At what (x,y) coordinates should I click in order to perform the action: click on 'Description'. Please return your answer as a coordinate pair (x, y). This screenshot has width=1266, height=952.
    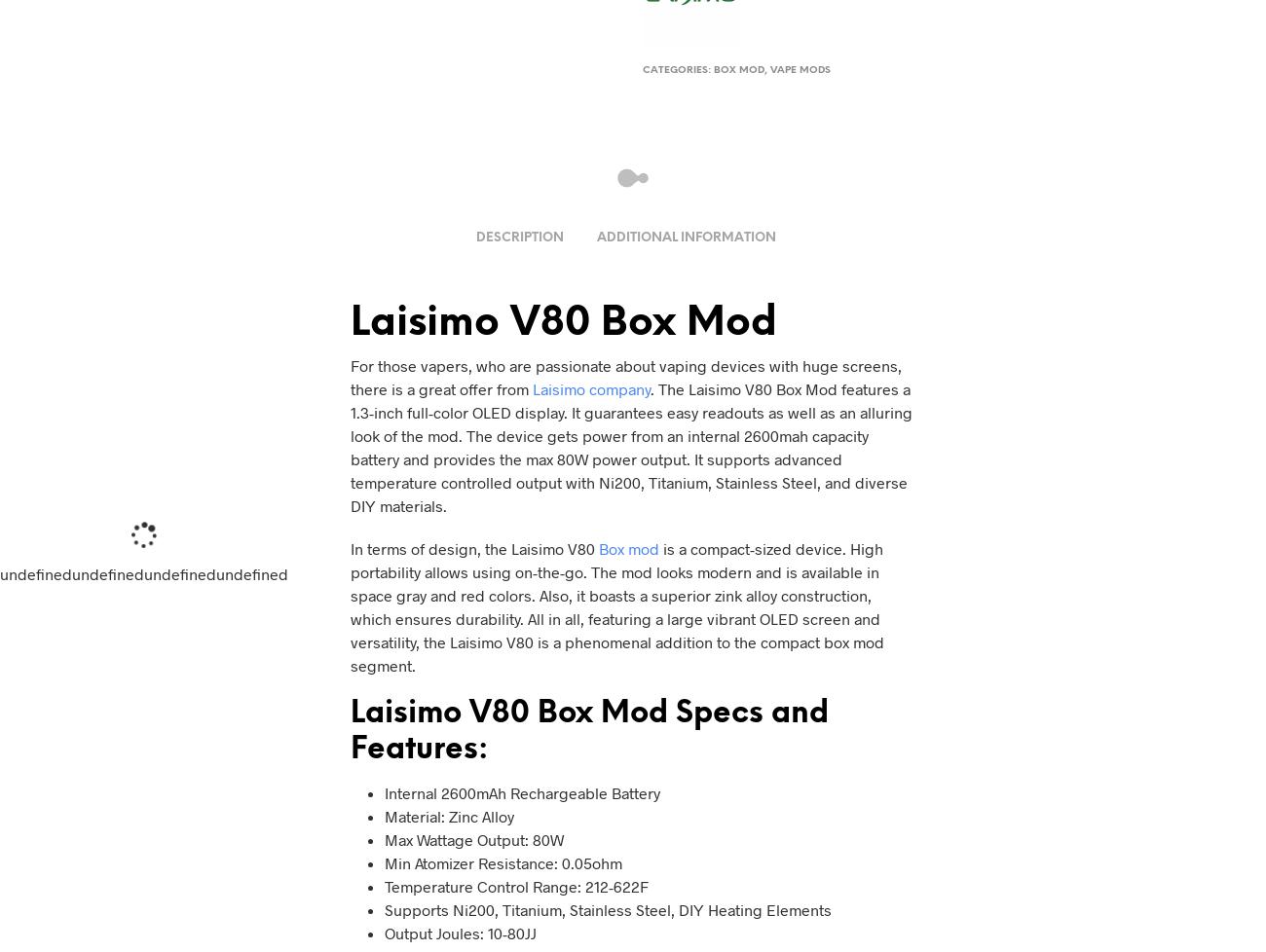
    Looking at the image, I should click on (519, 238).